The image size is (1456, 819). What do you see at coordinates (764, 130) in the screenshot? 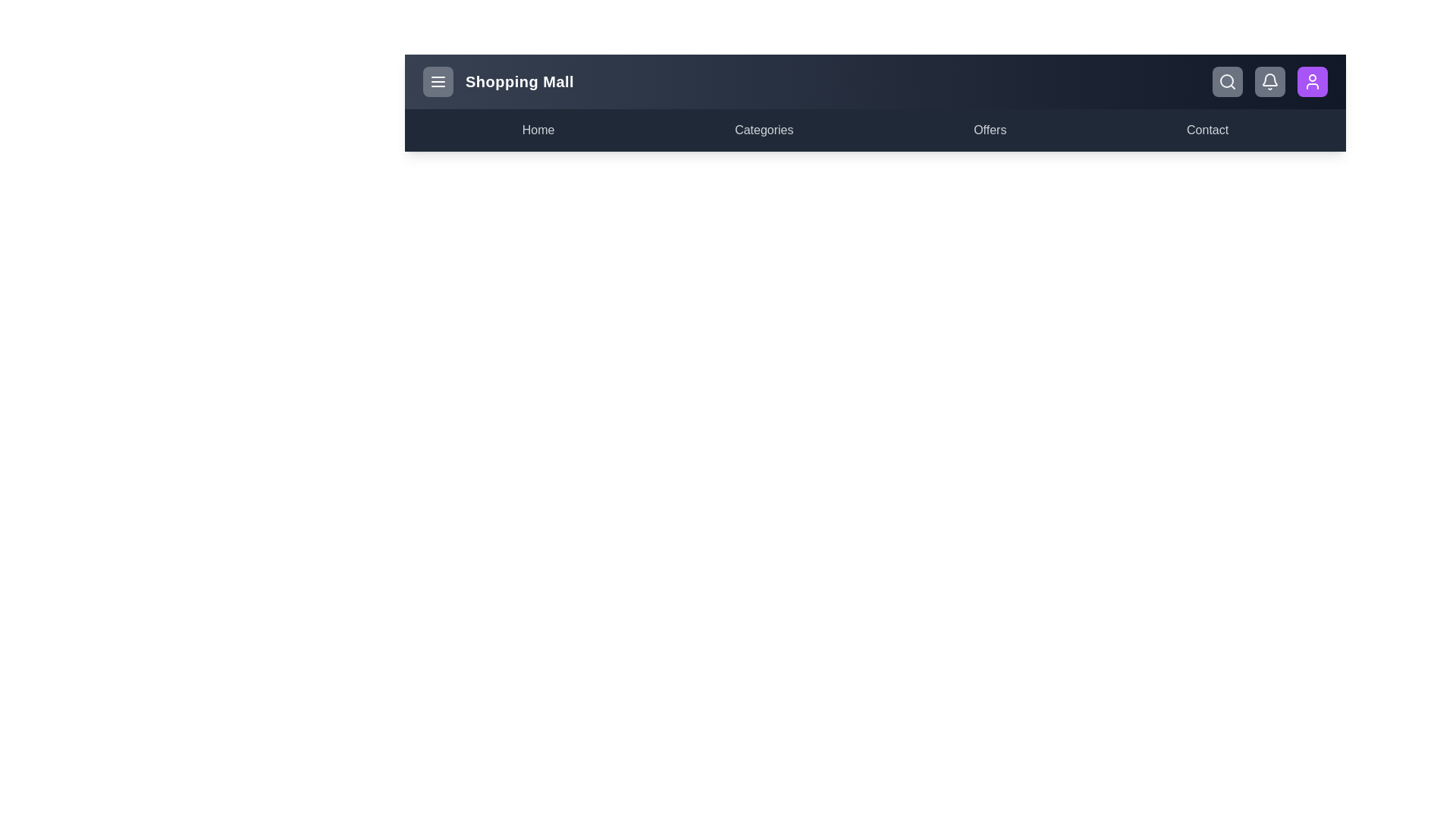
I see `the menu item Categories` at bounding box center [764, 130].